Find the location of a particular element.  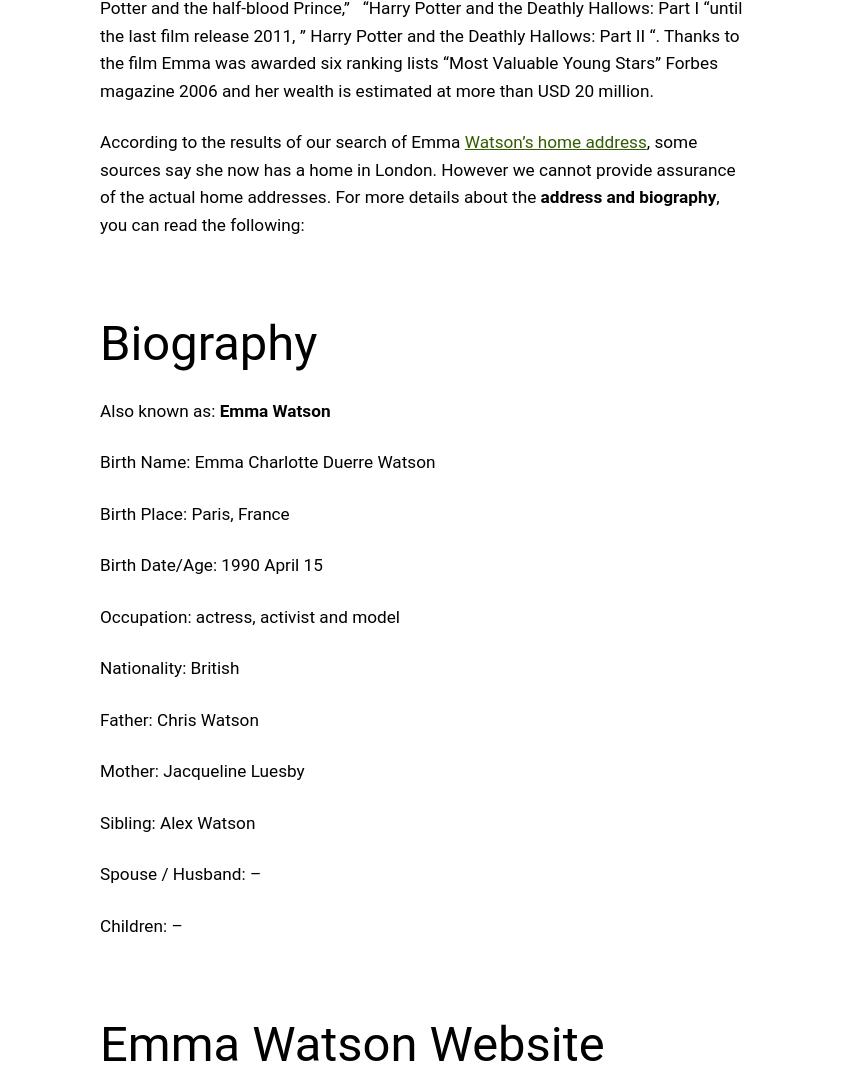

'Sibling: Alex Watson' is located at coordinates (176, 822).